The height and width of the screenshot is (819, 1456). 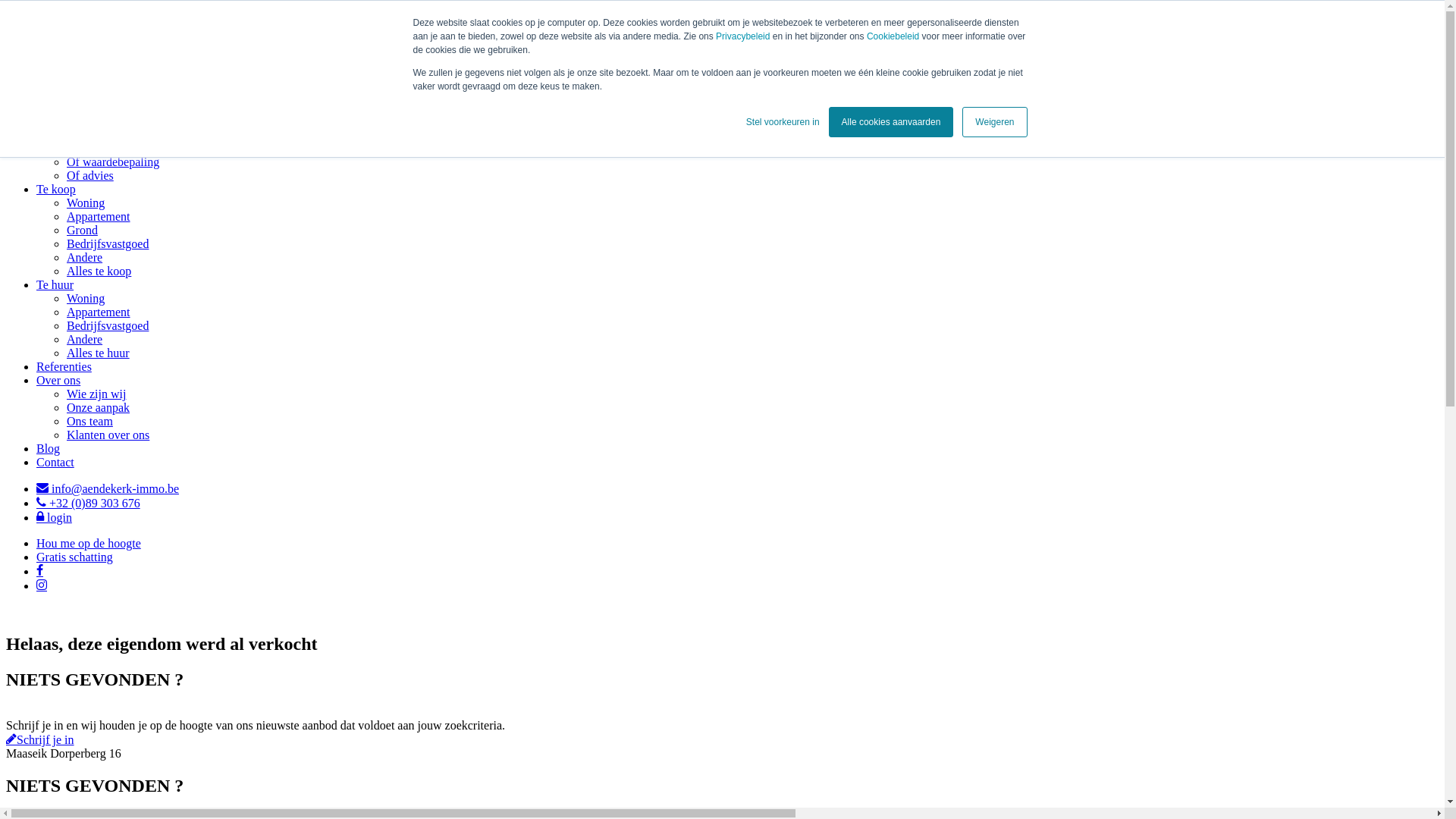 What do you see at coordinates (111, 162) in the screenshot?
I see `'Of waardebepaling'` at bounding box center [111, 162].